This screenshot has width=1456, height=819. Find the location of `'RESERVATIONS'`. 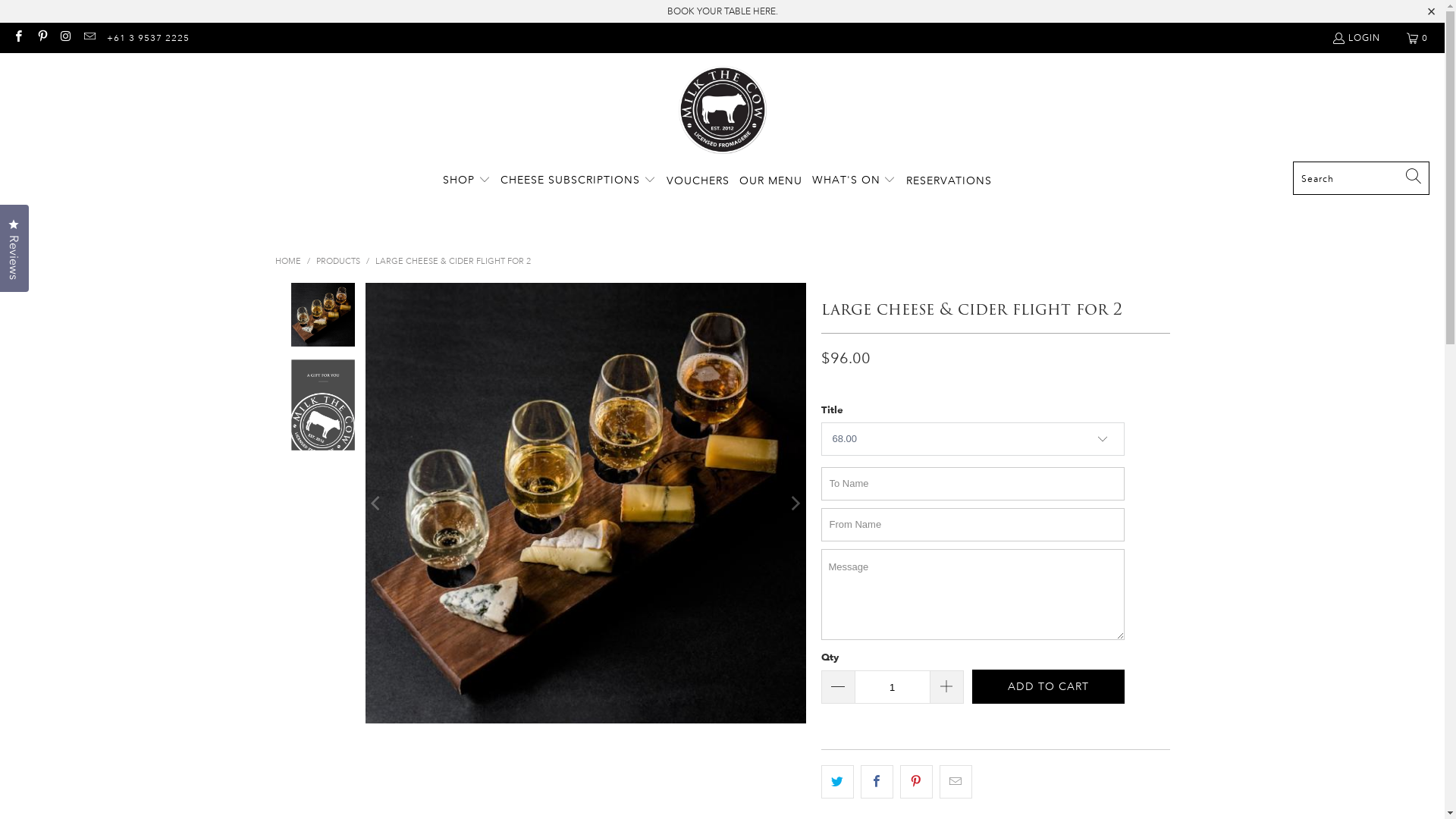

'RESERVATIONS' is located at coordinates (906, 180).